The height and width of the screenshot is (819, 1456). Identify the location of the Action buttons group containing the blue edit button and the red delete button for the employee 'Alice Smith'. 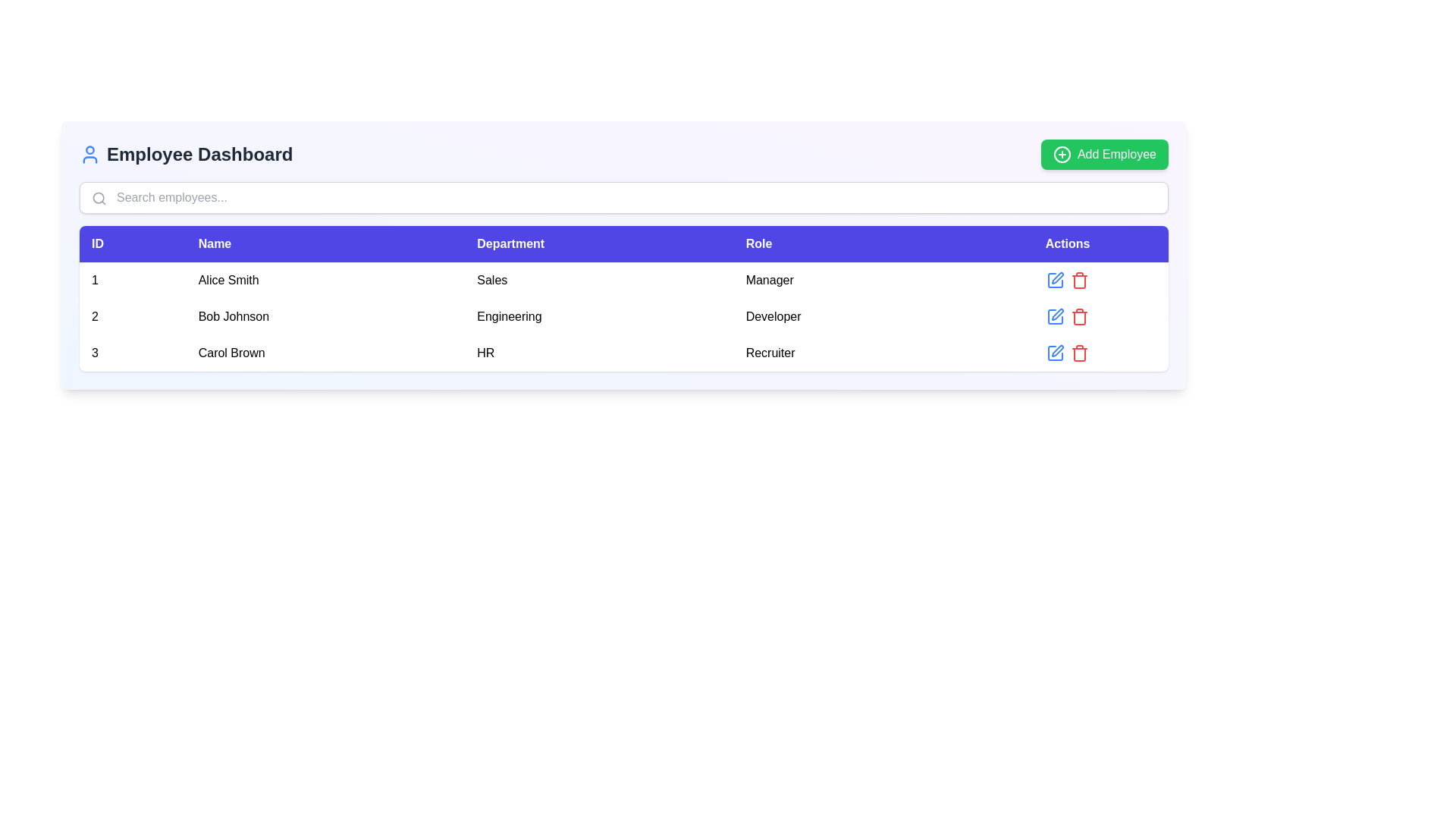
(1067, 281).